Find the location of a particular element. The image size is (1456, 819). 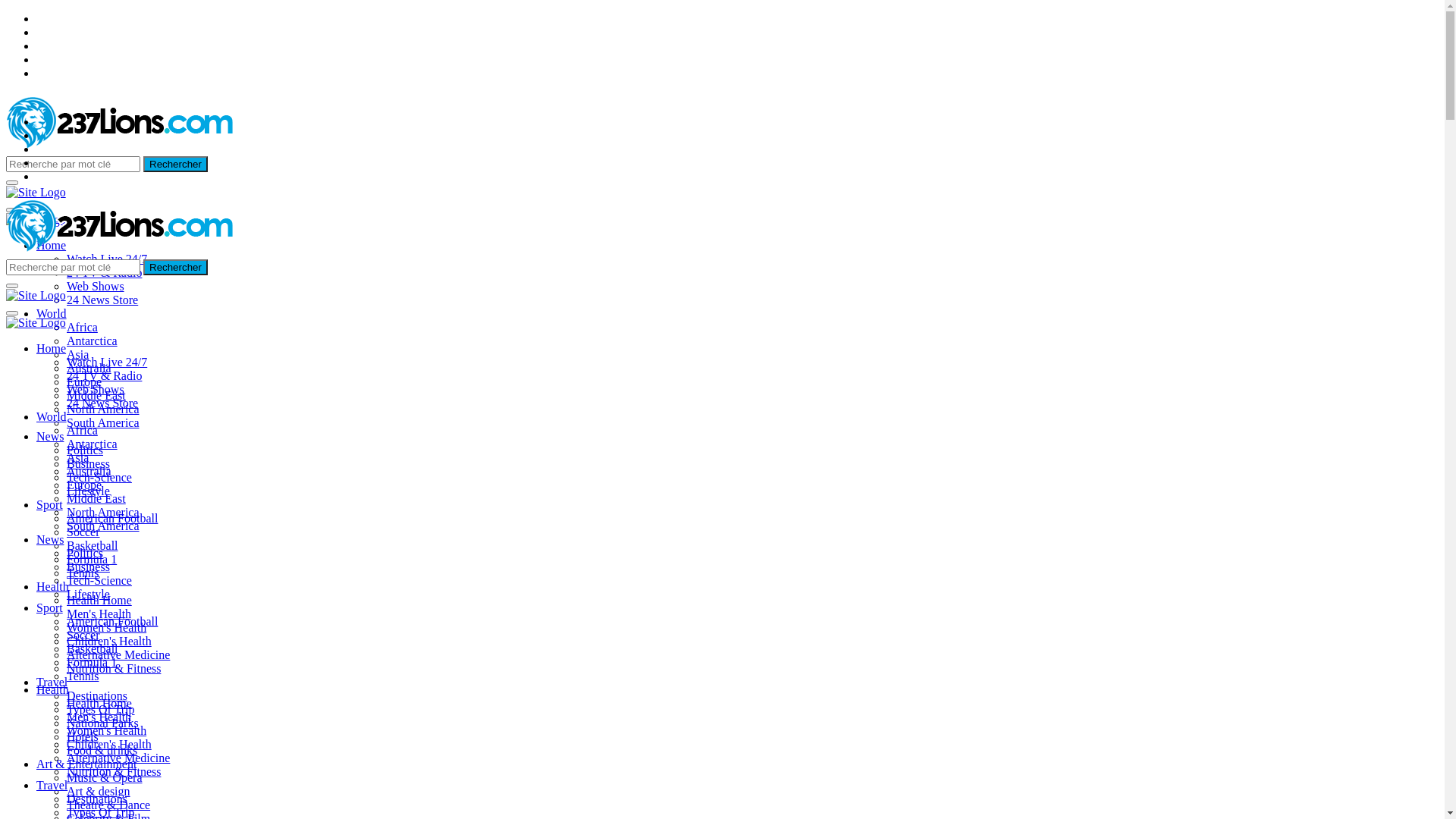

'Types Of Trip' is located at coordinates (100, 709).